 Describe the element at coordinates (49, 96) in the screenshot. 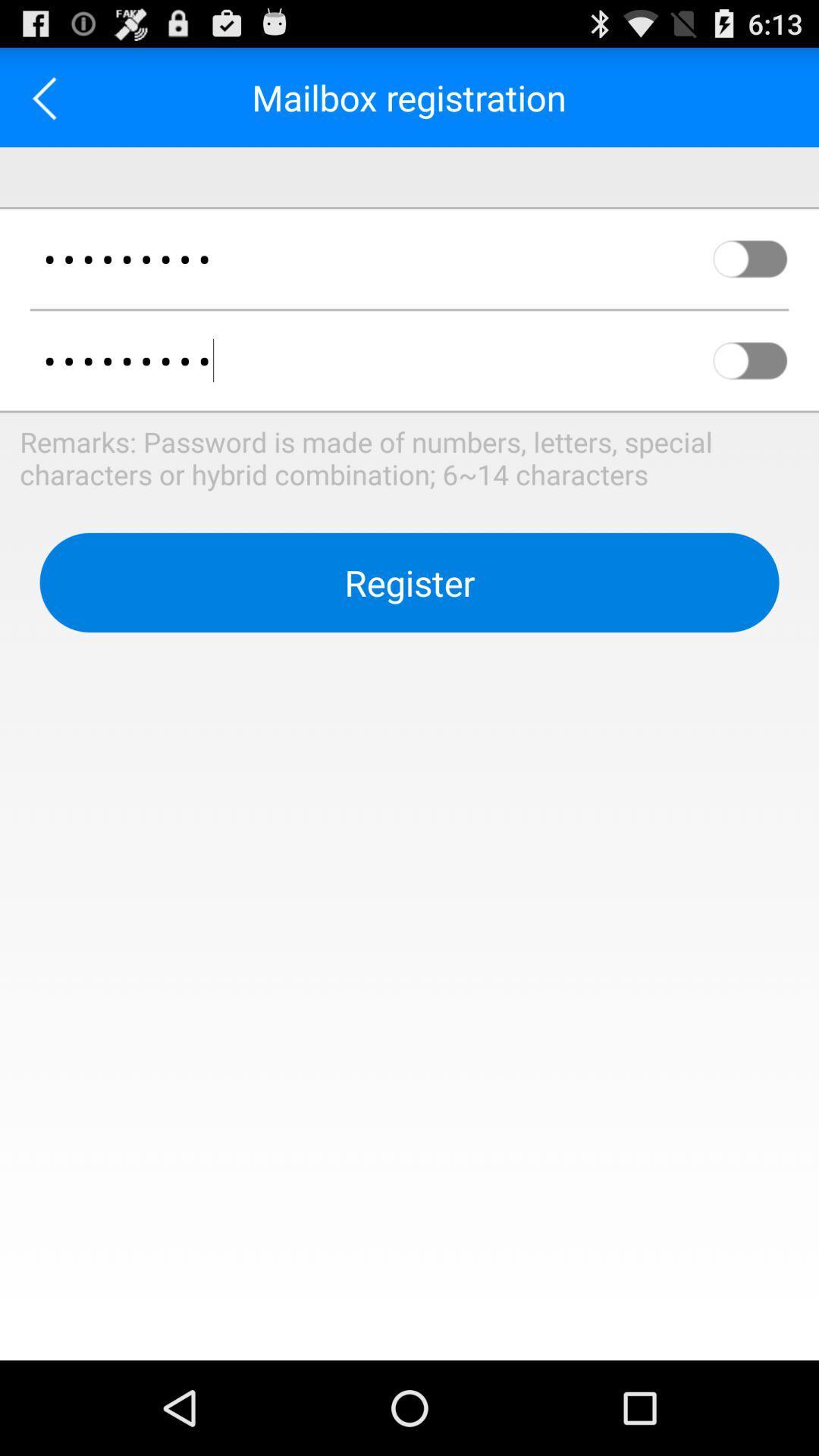

I see `previous page` at that location.